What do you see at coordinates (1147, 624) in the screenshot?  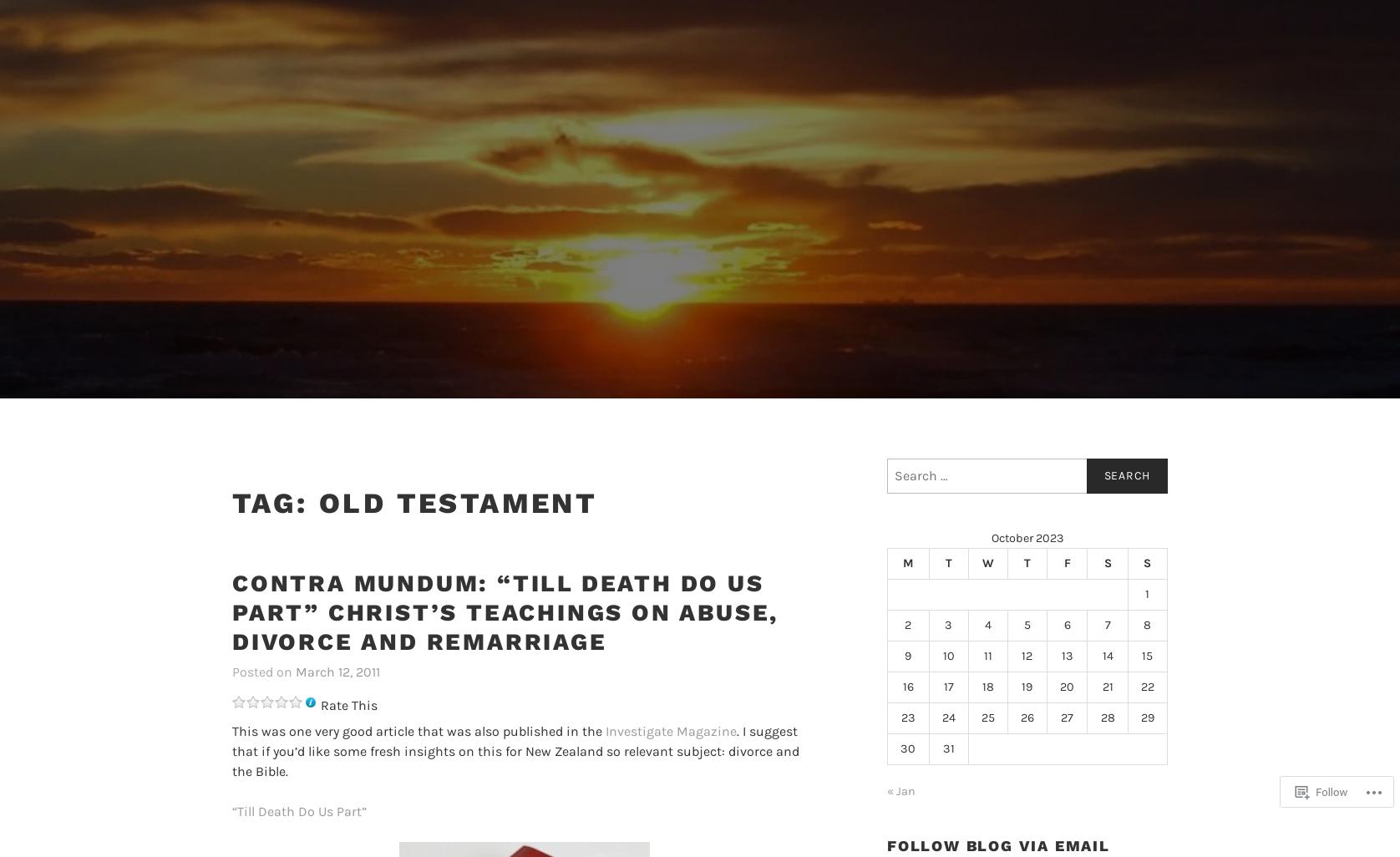 I see `'8'` at bounding box center [1147, 624].